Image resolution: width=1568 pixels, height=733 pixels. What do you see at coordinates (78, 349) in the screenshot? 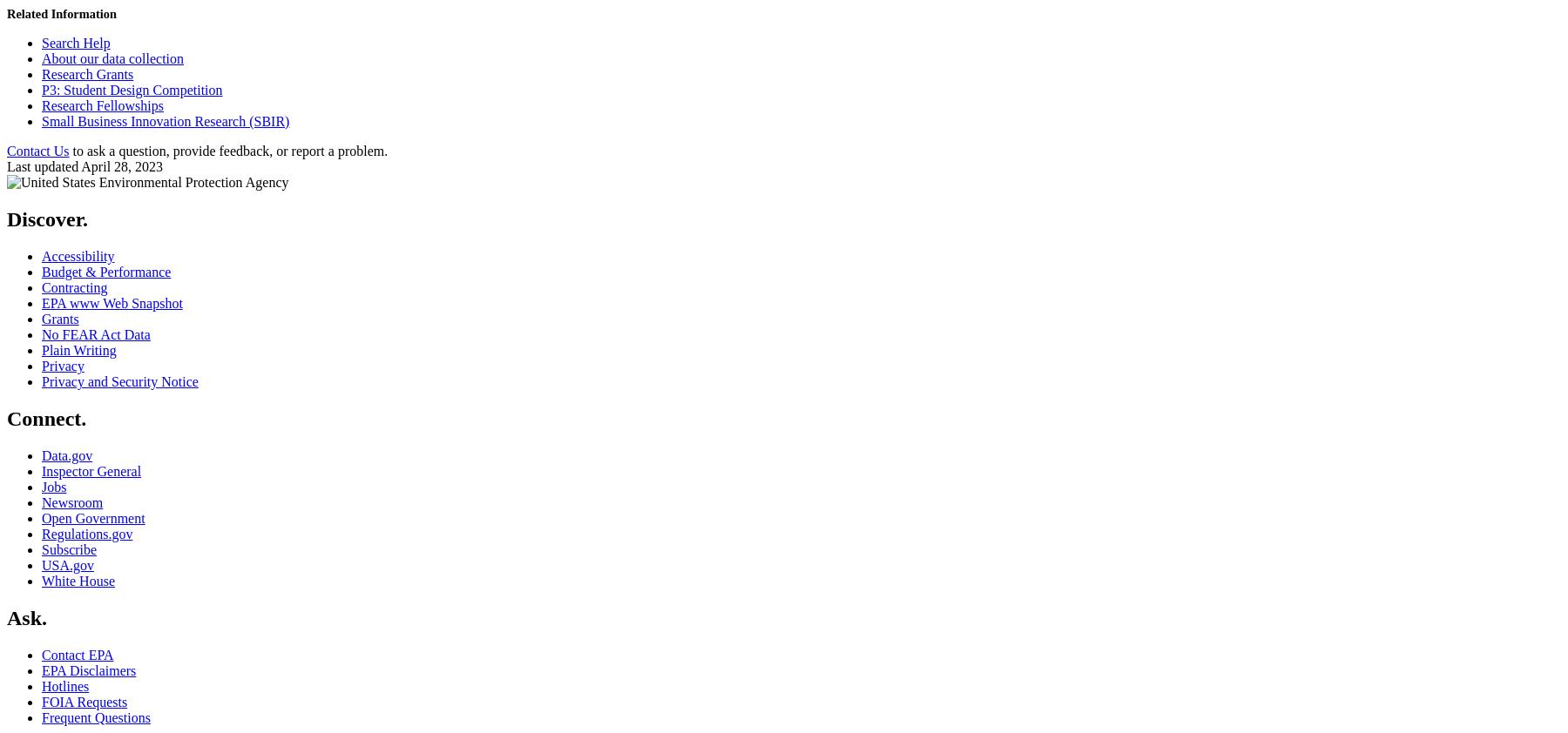
I see `'Plain Writing'` at bounding box center [78, 349].